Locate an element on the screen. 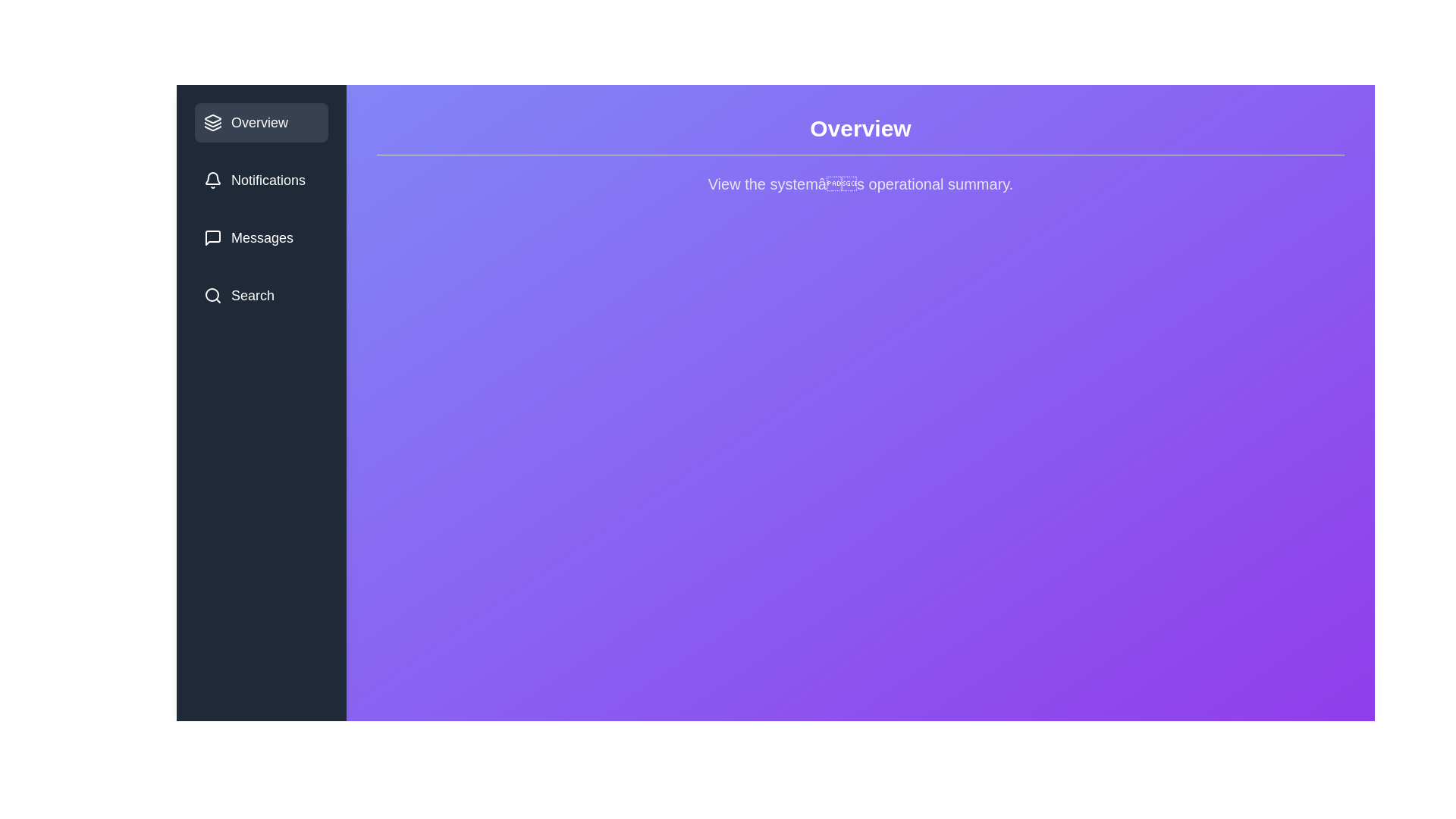  the Notifications tab in the menu is located at coordinates (262, 180).